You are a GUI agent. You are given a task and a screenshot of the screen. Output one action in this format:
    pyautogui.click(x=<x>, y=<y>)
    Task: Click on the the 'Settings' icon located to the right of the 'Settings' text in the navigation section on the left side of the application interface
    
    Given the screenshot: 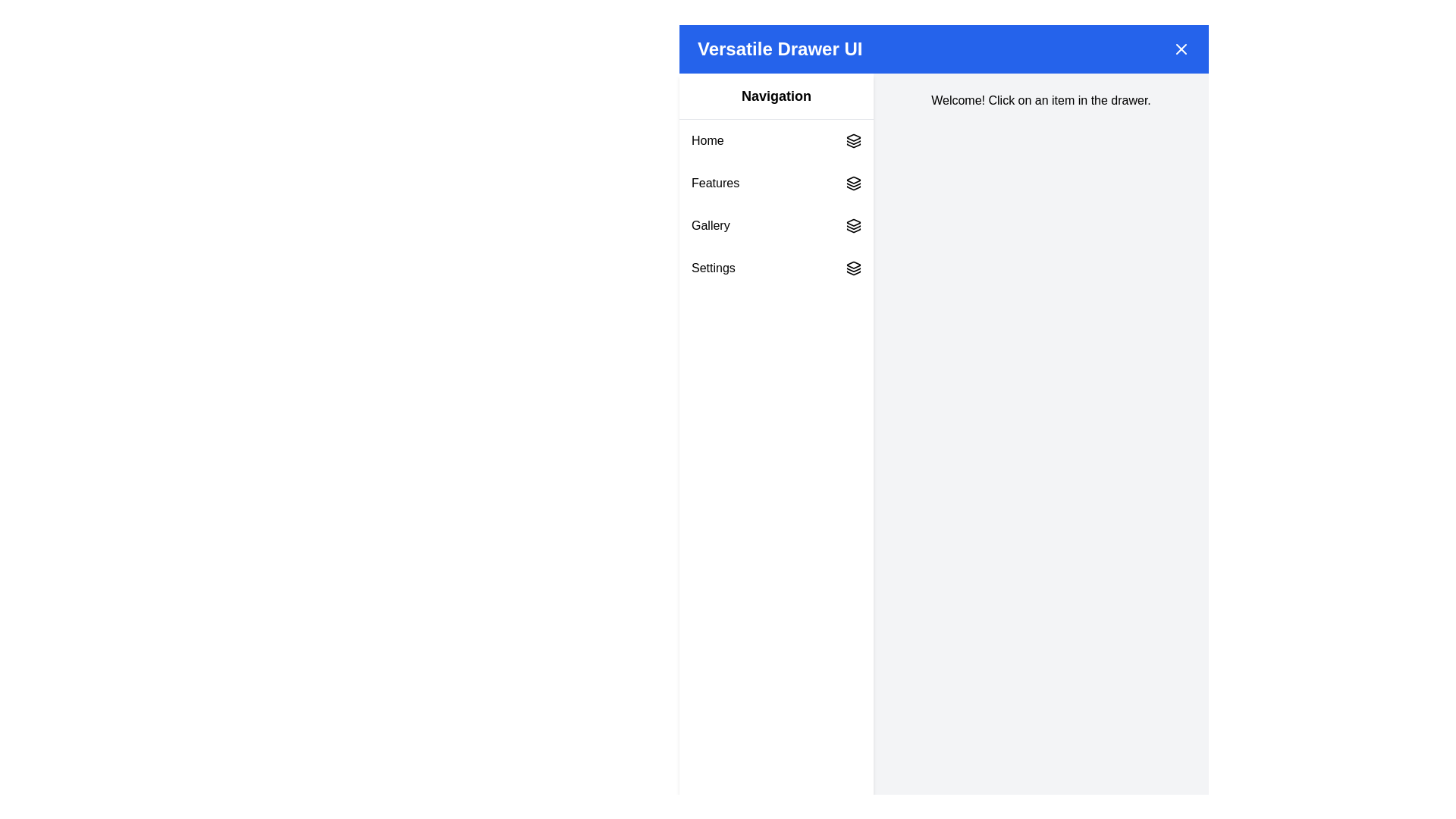 What is the action you would take?
    pyautogui.click(x=854, y=268)
    